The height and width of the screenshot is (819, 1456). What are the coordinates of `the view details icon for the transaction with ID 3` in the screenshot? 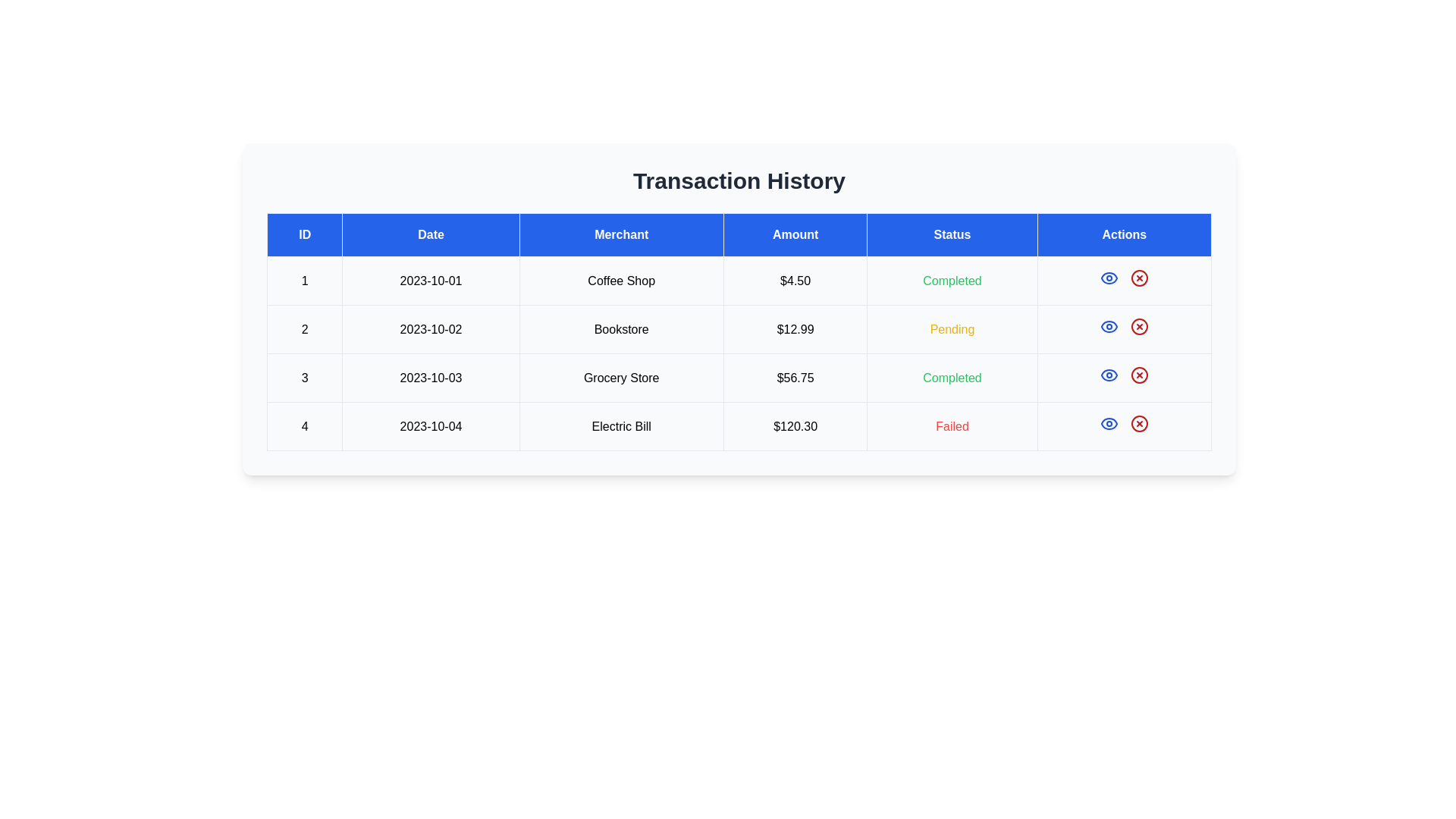 It's located at (1109, 375).